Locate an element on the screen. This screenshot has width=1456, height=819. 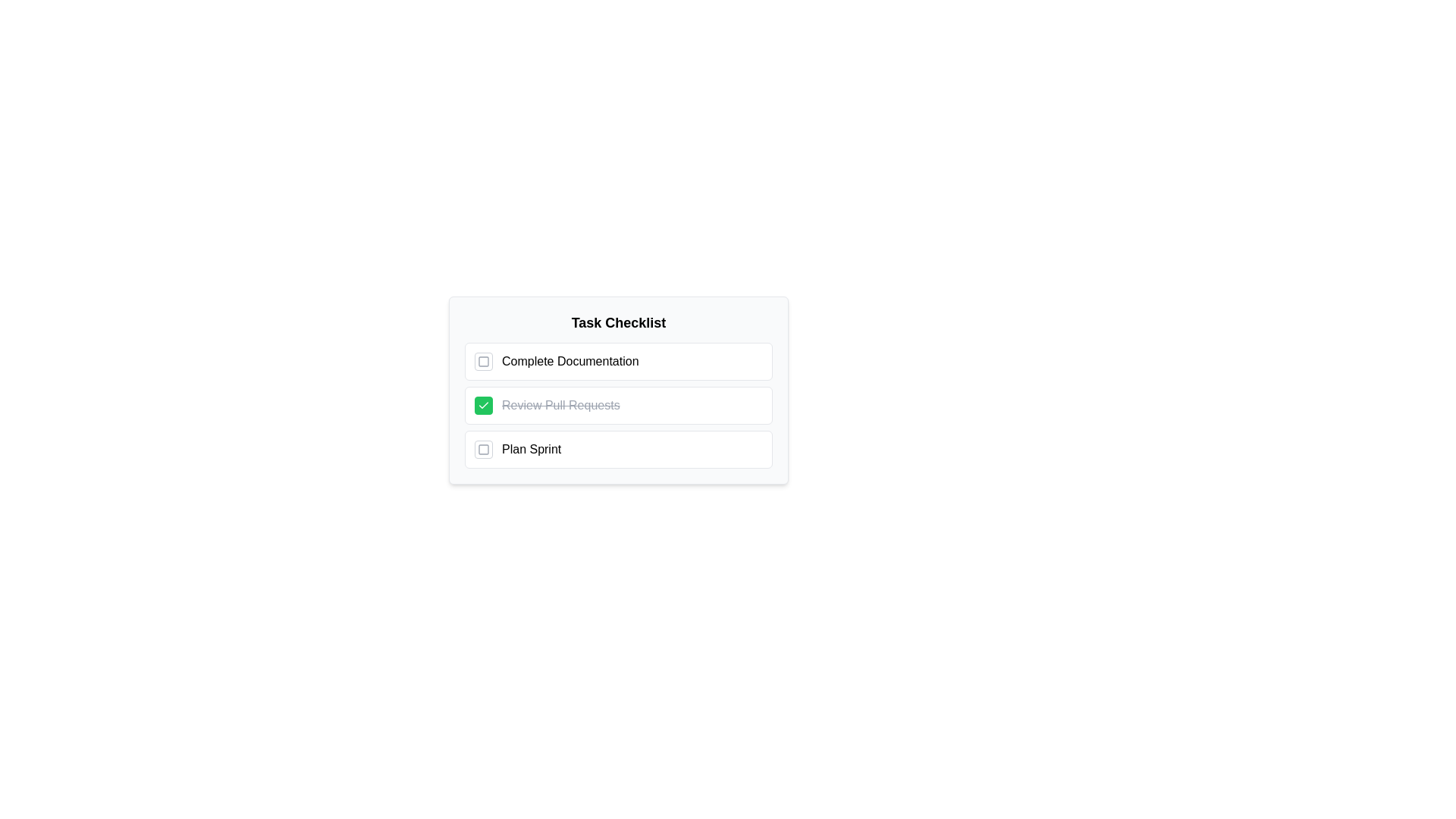
the checkbox element next to the text item labeled 'Complete Documentation' in the checklist to mark it as selected is located at coordinates (483, 362).